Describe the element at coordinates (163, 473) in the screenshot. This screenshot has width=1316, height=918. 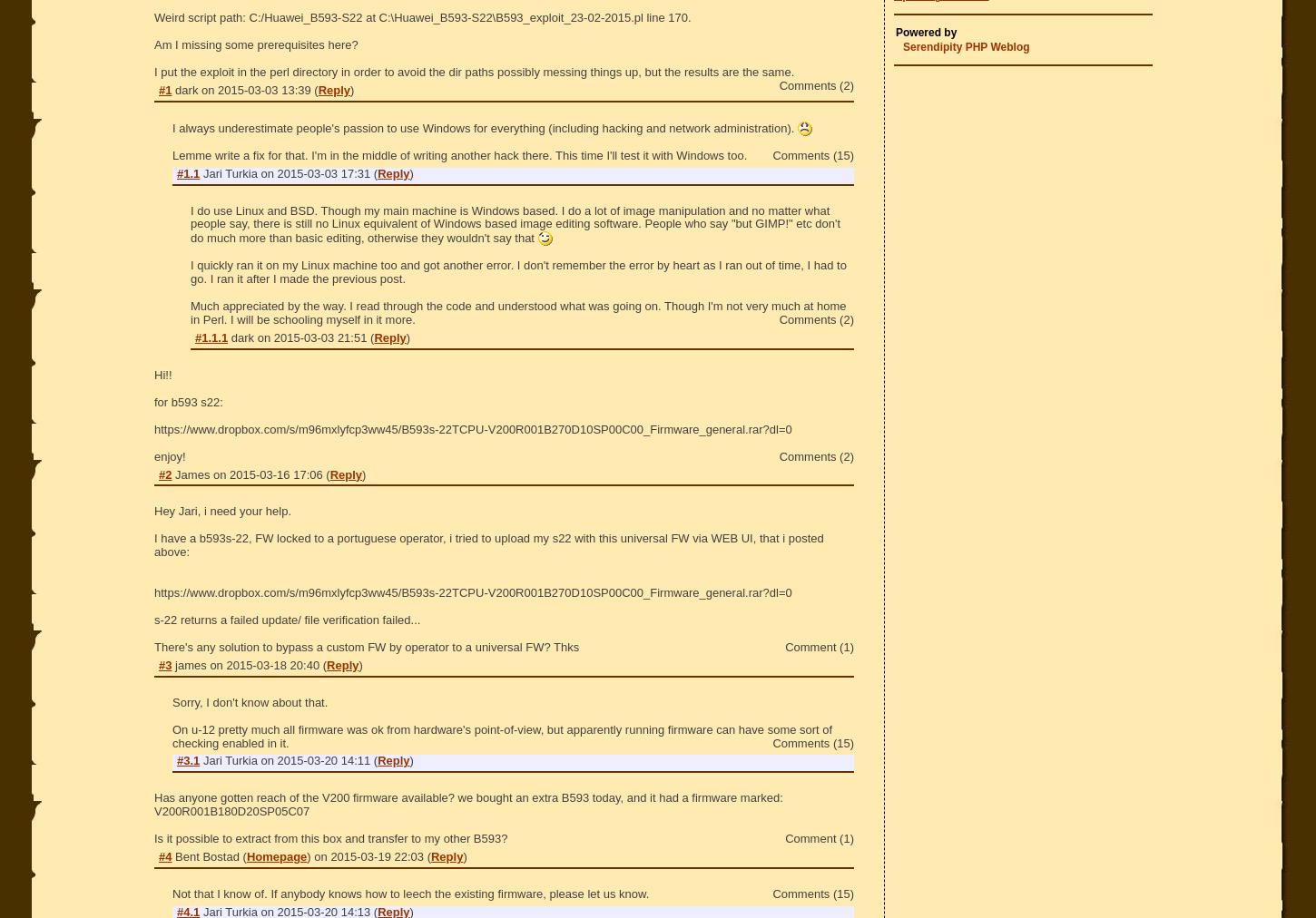
I see `'#2'` at that location.